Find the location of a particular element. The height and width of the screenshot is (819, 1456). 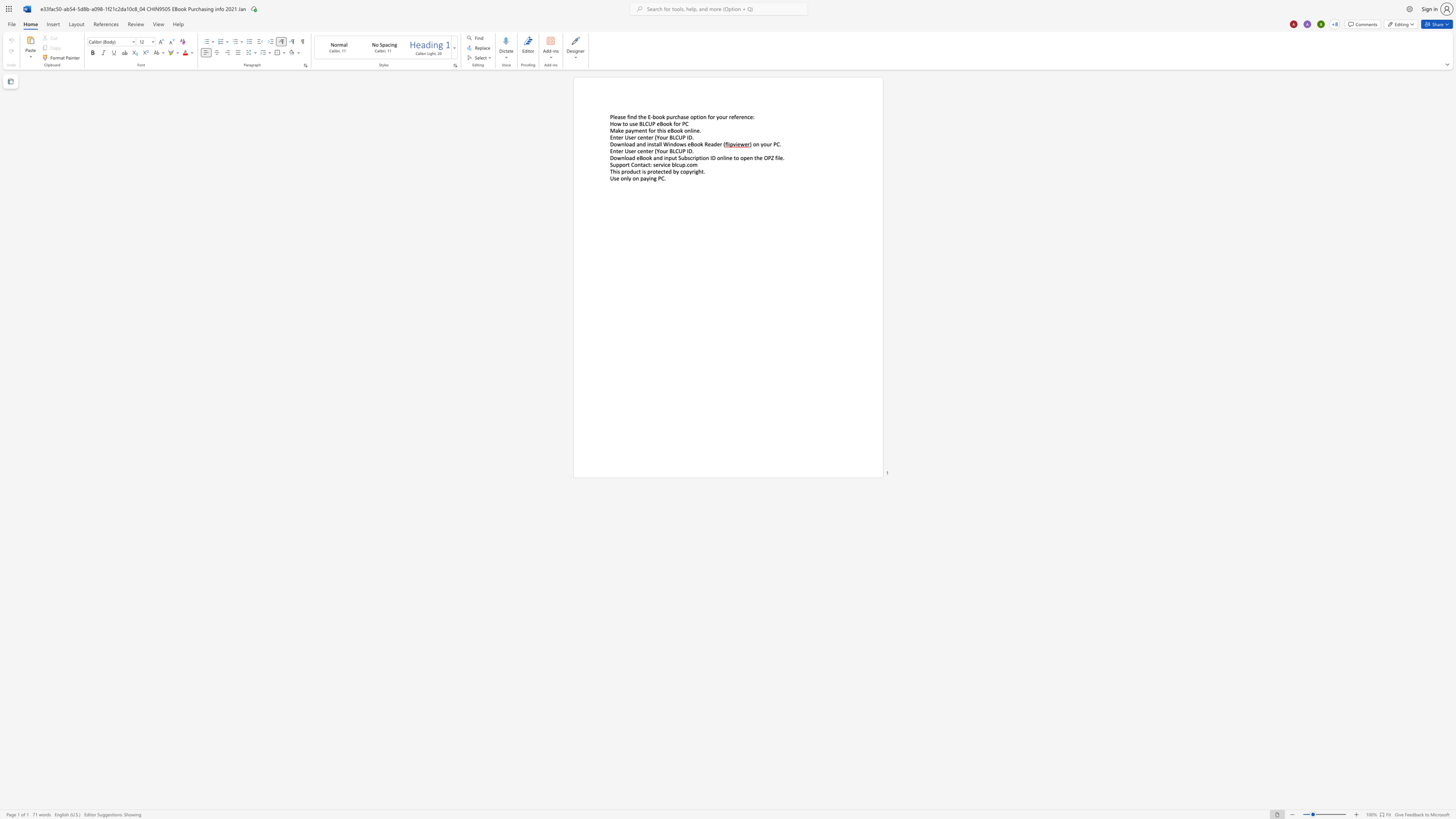

the 3th character "e" in the text is located at coordinates (718, 144).